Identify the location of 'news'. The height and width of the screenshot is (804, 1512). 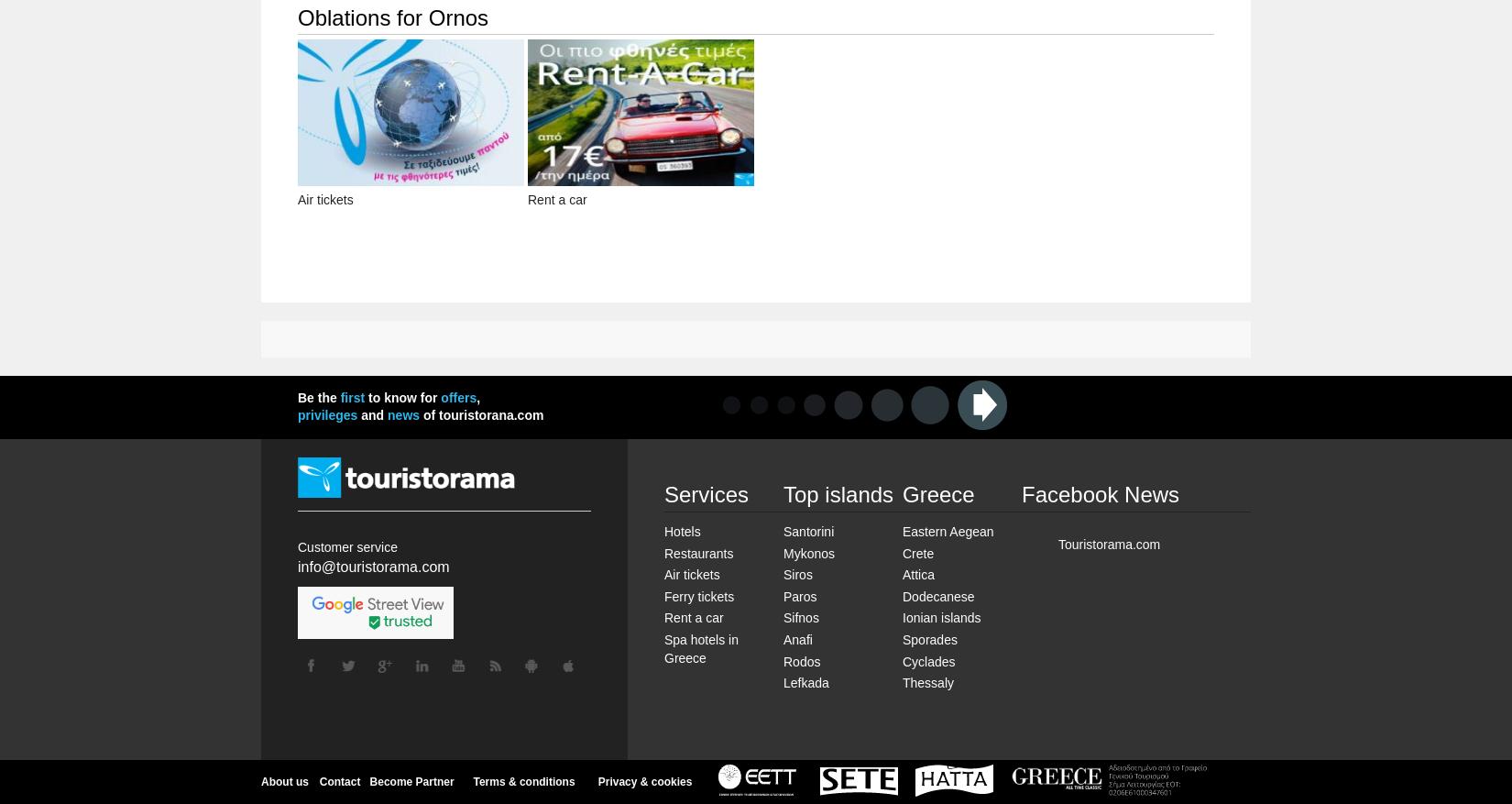
(402, 414).